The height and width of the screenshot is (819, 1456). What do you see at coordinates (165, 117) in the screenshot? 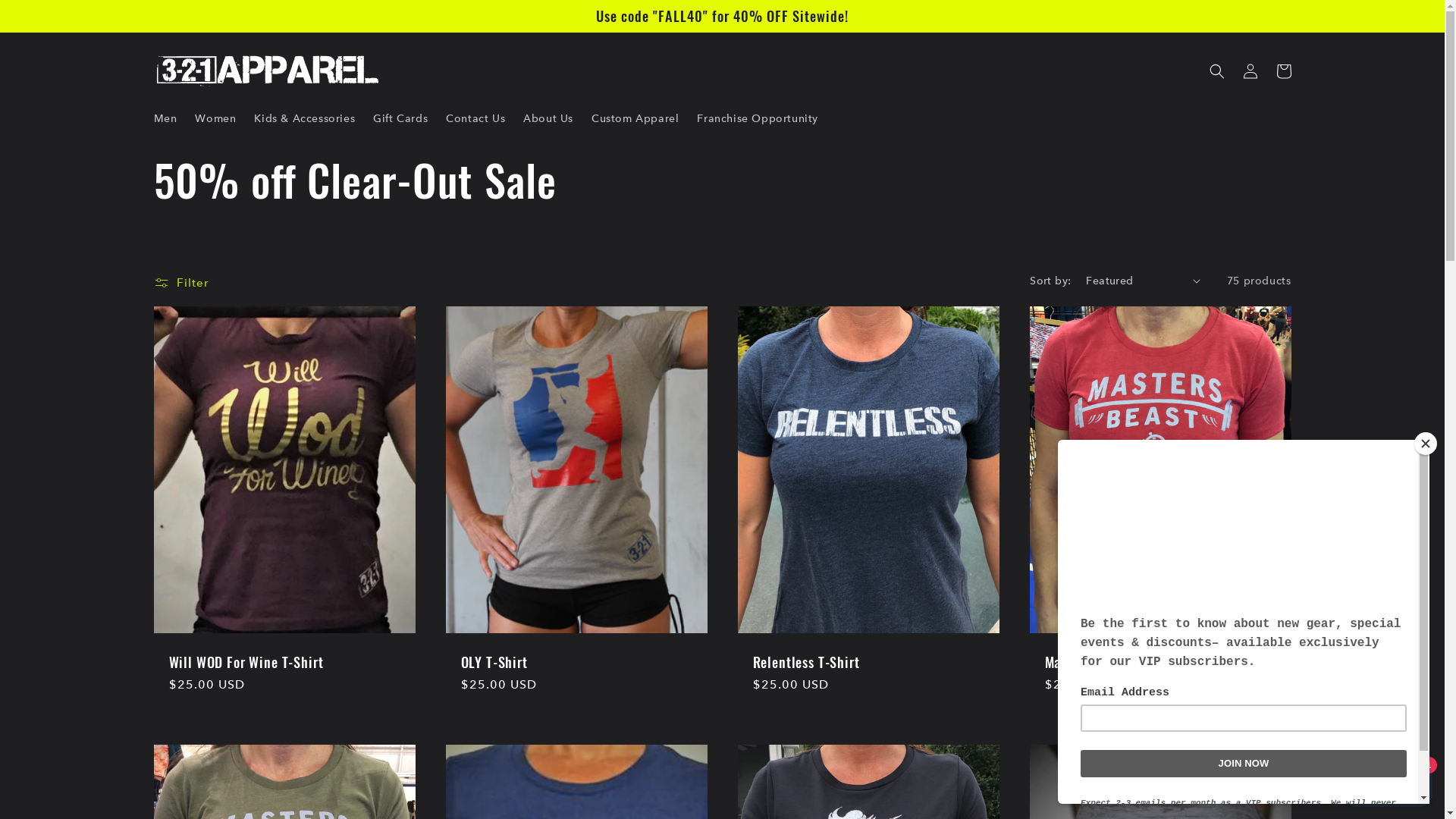
I see `'Men'` at bounding box center [165, 117].